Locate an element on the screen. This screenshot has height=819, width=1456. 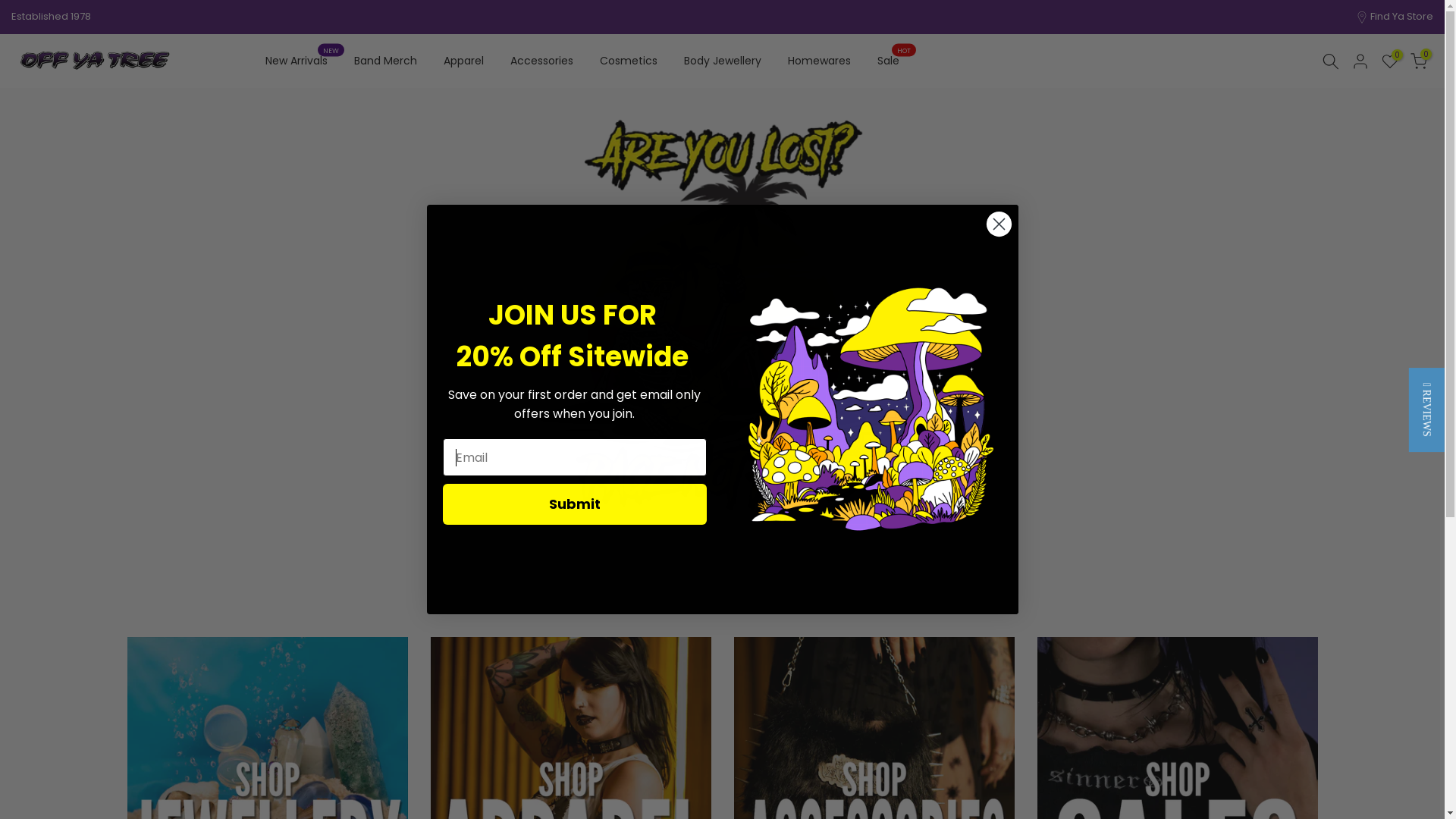
'Cosmetics' is located at coordinates (628, 60).